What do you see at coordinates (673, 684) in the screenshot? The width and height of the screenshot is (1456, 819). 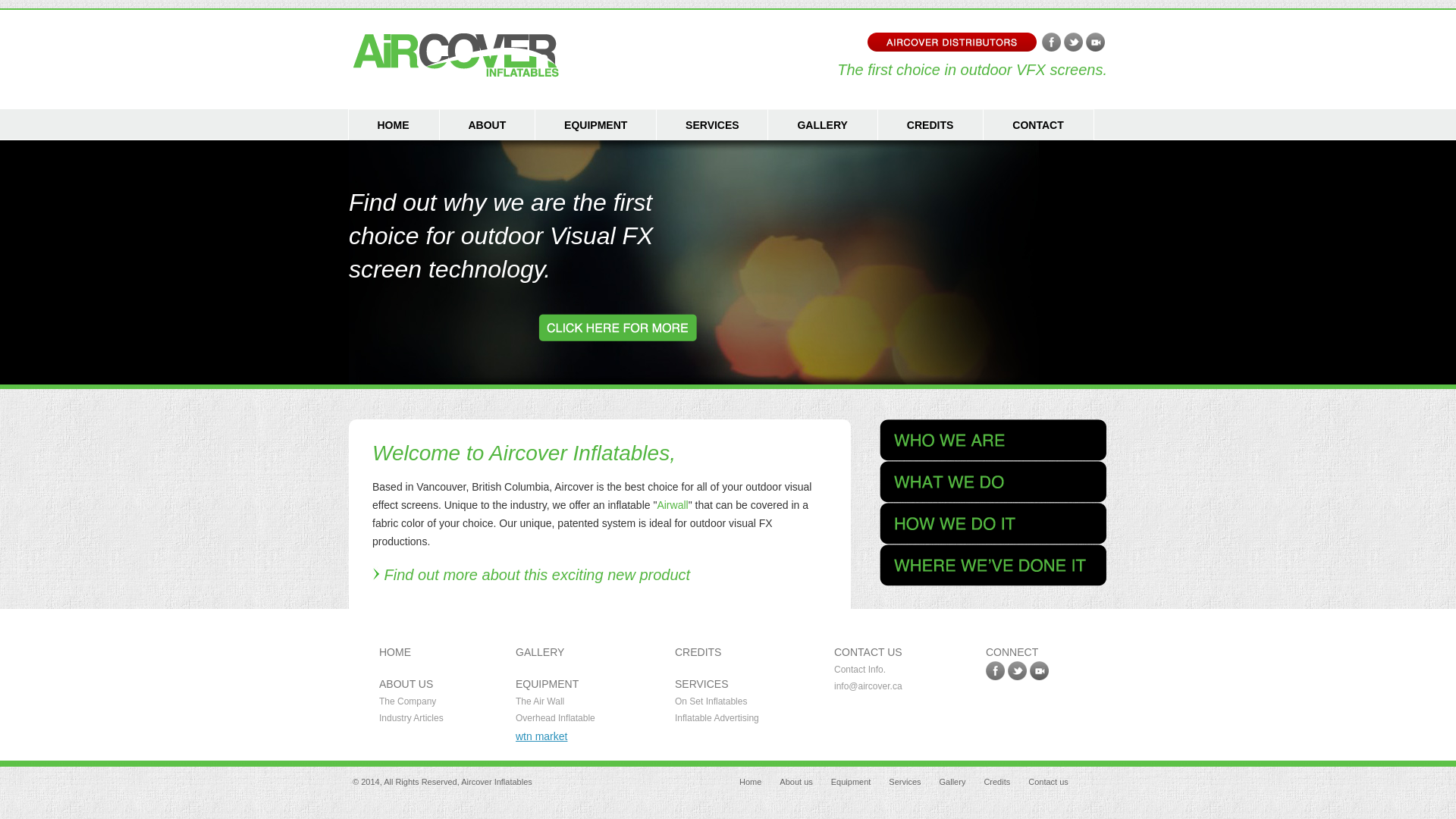 I see `'SERVICES'` at bounding box center [673, 684].